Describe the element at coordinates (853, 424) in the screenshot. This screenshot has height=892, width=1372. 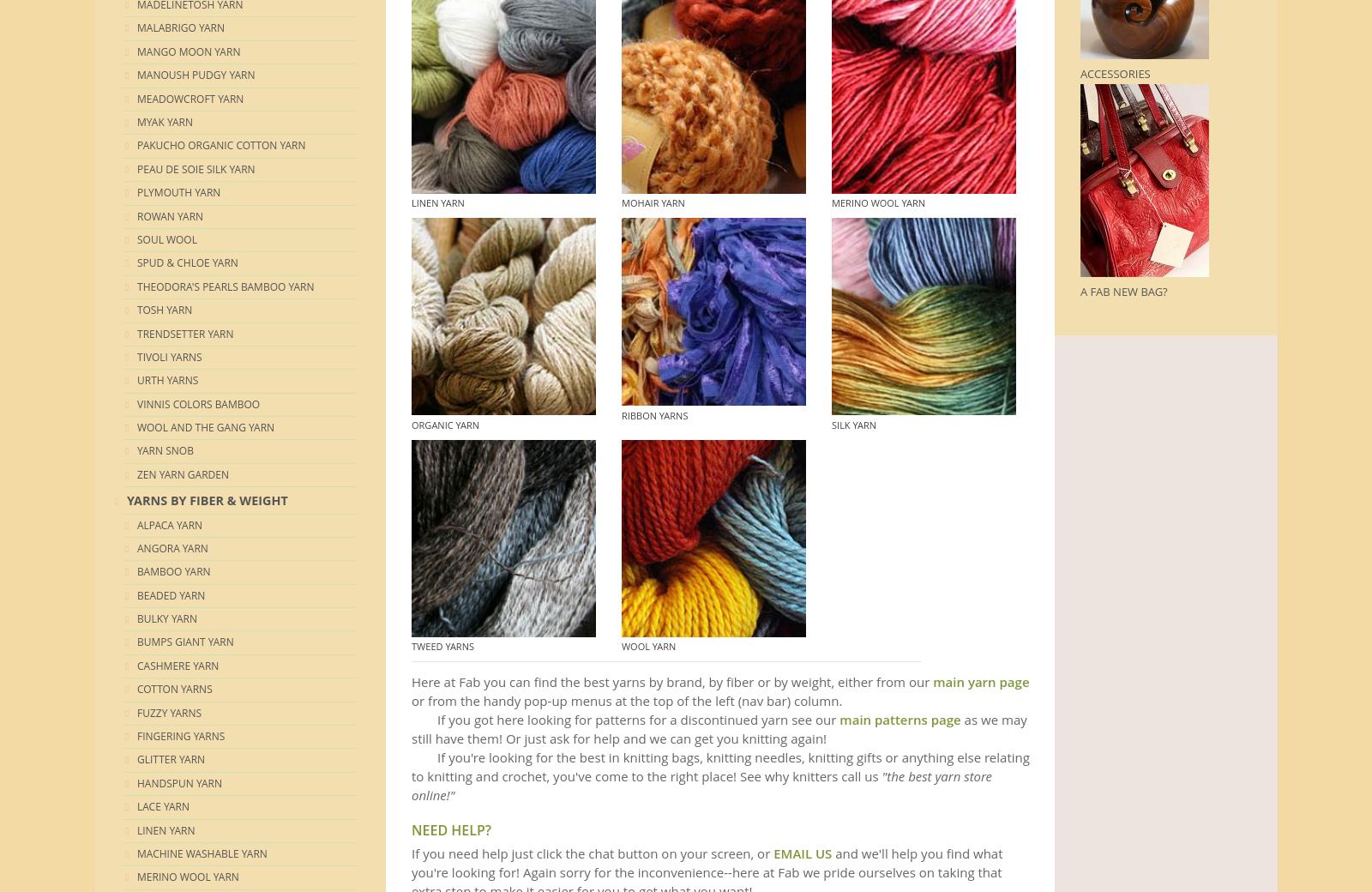
I see `'SILK  YARN'` at that location.